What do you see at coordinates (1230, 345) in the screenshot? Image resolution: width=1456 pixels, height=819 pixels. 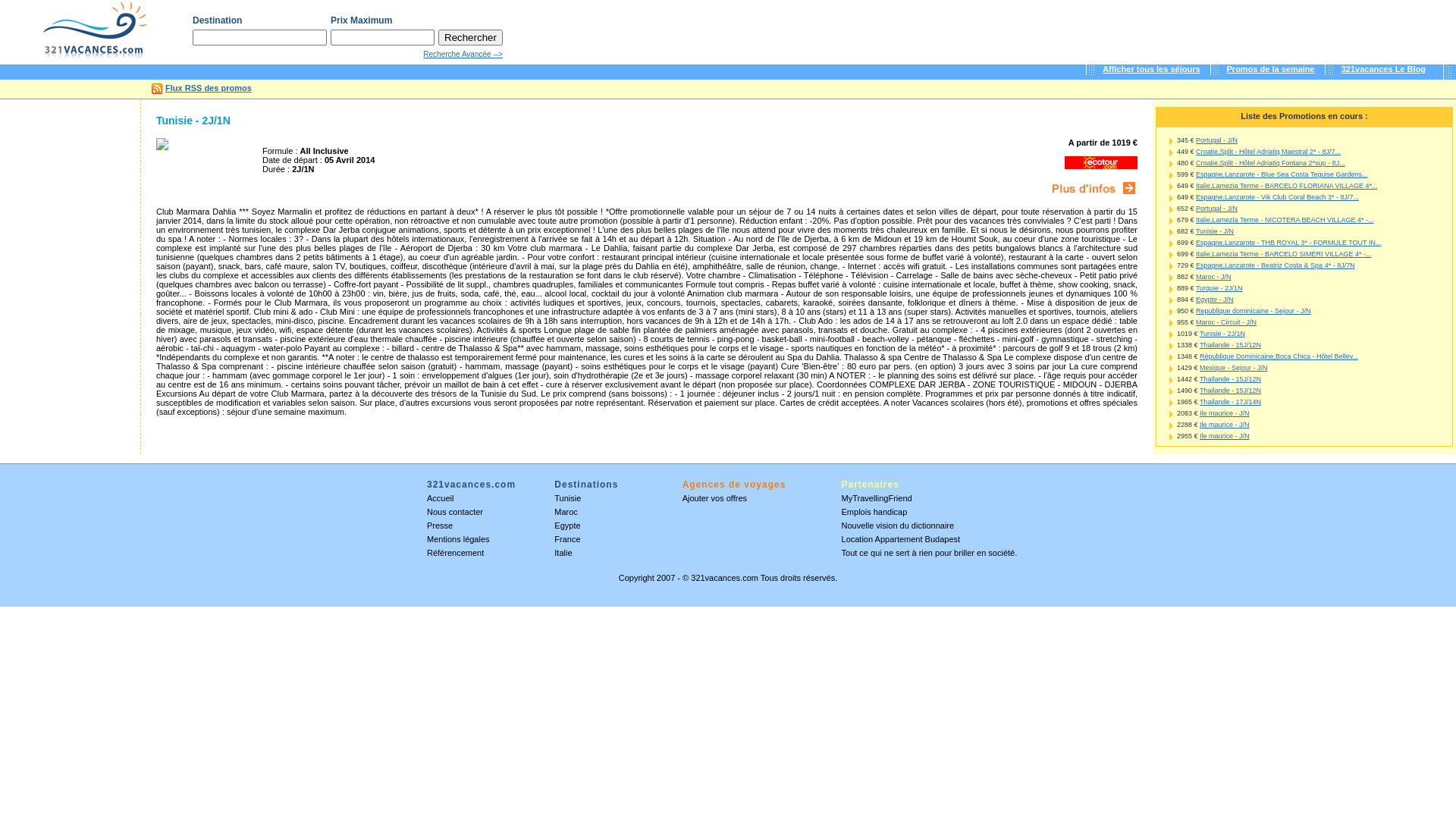 I see `'Thailande - 15J/12N'` at bounding box center [1230, 345].